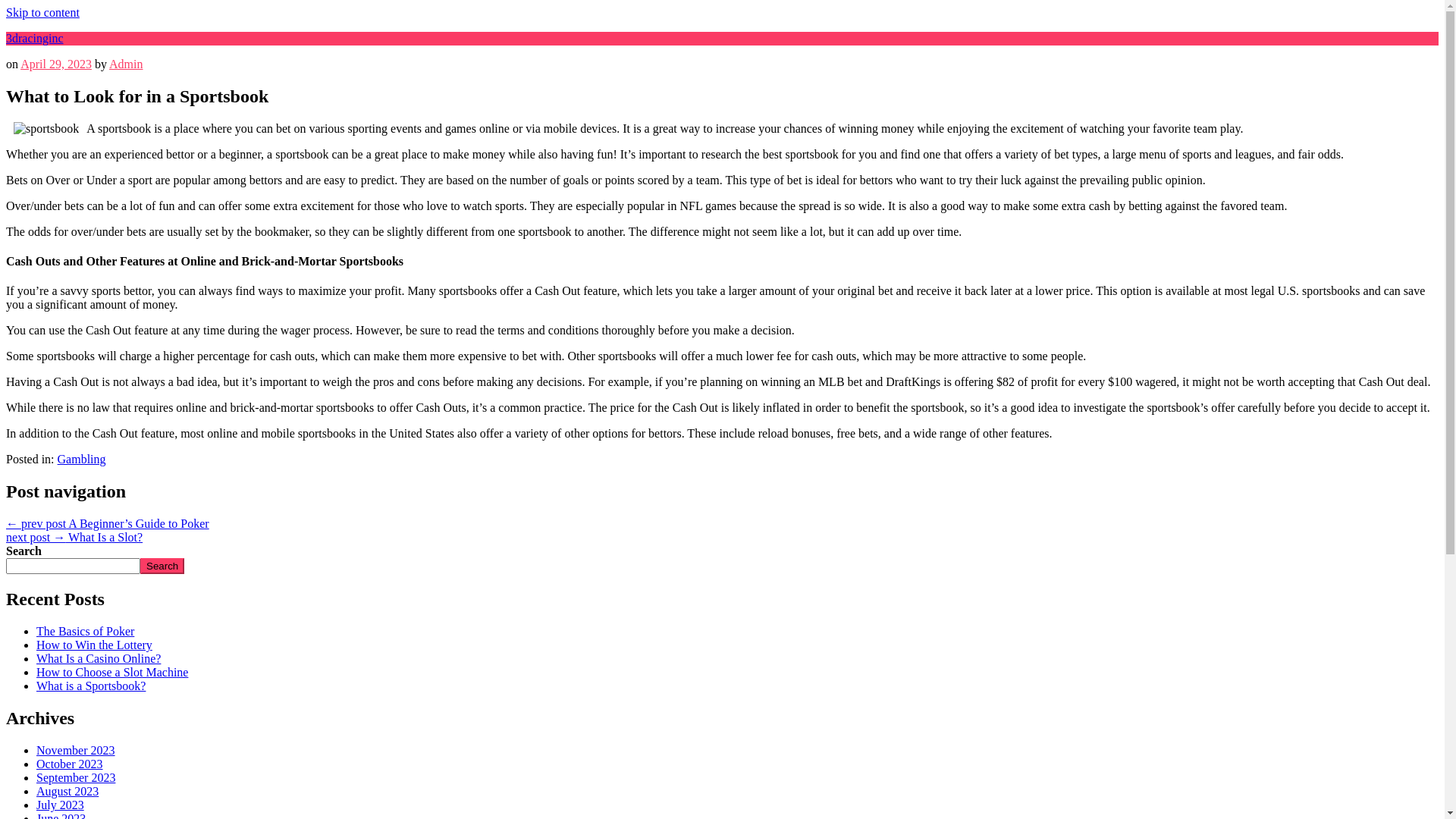  What do you see at coordinates (36, 749) in the screenshot?
I see `'November 2023'` at bounding box center [36, 749].